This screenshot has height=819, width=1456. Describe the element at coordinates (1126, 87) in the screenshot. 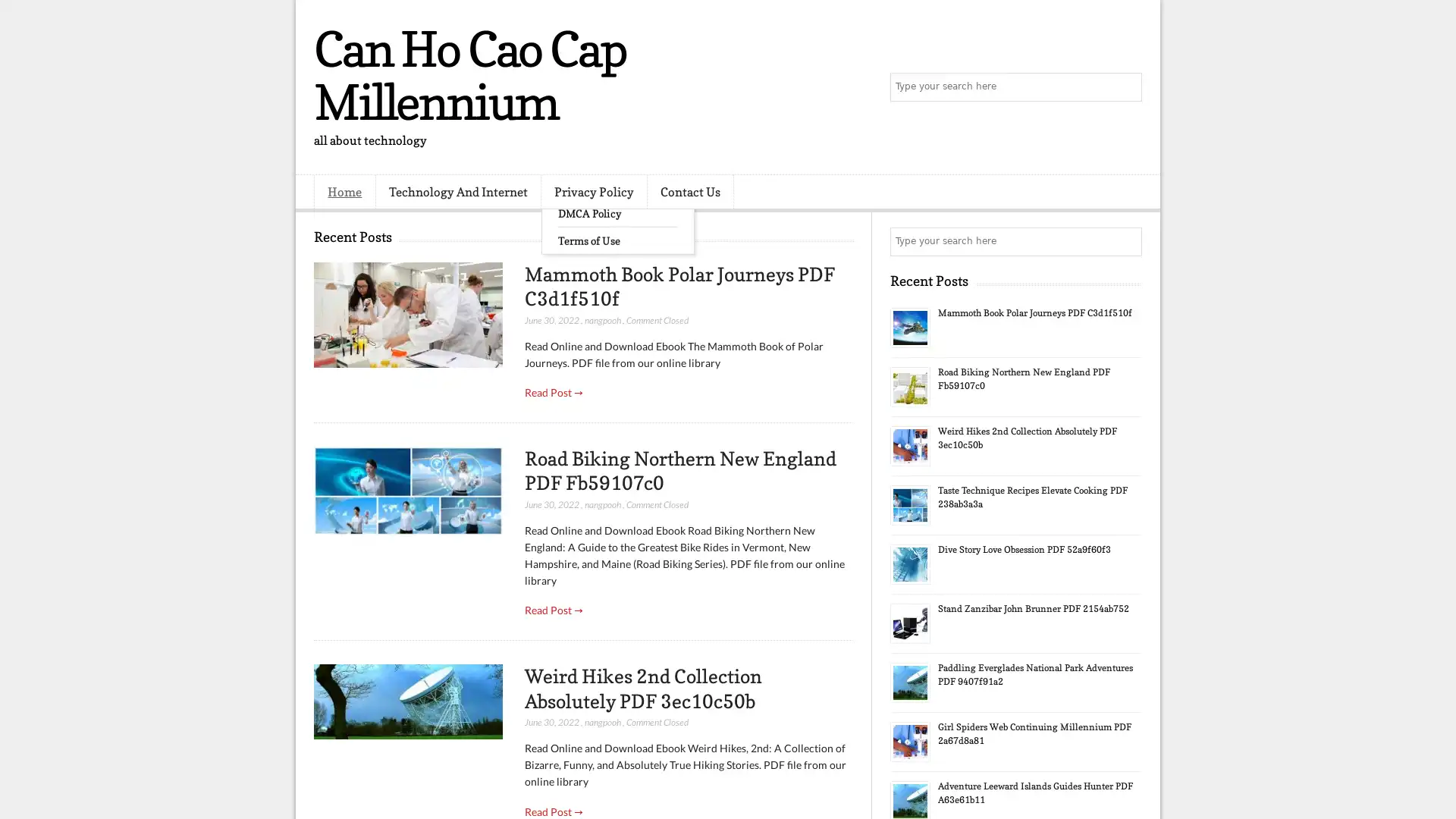

I see `Search` at that location.